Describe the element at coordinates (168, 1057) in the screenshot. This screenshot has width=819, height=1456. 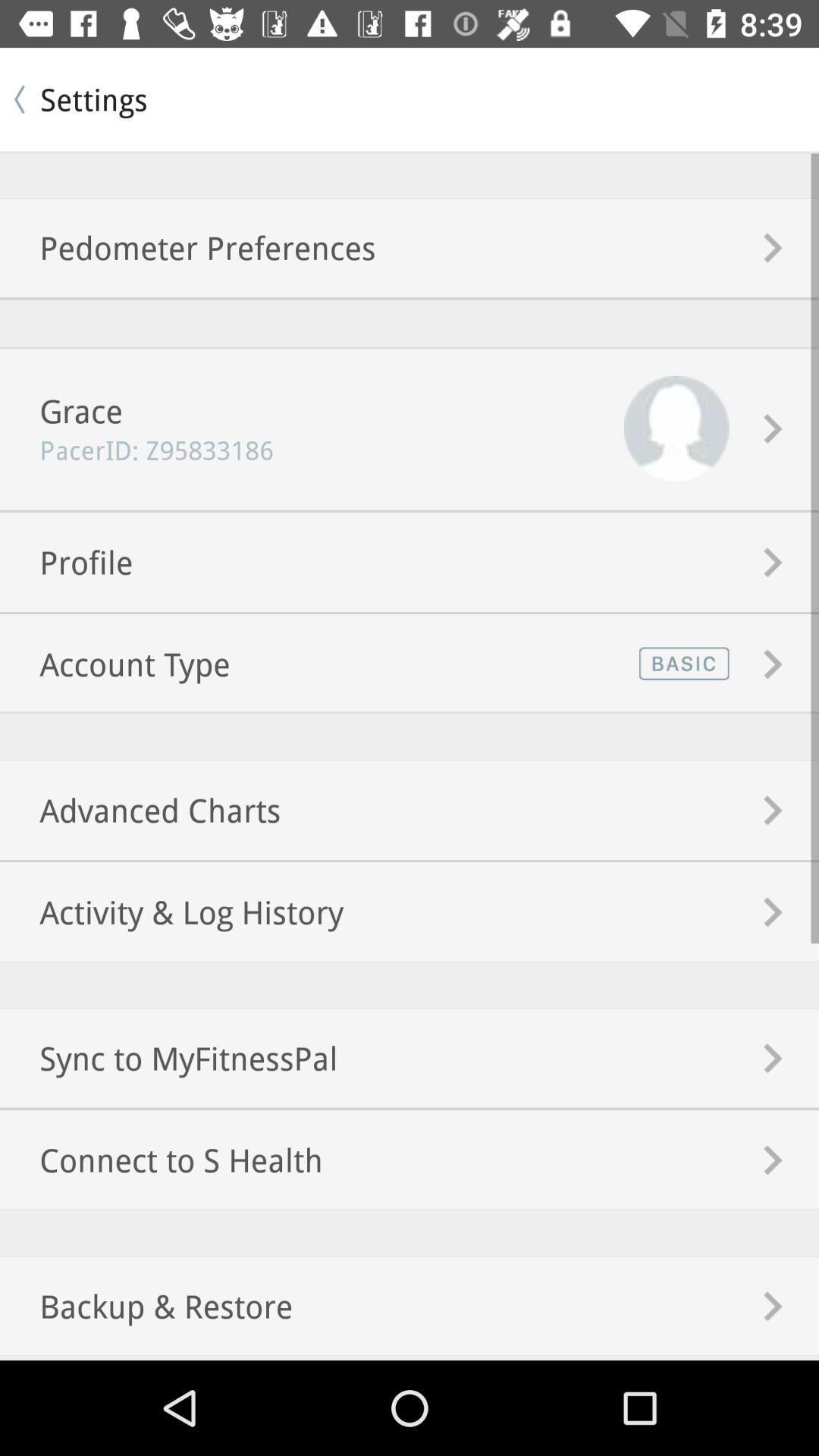
I see `the sync to myfitnesspal icon` at that location.